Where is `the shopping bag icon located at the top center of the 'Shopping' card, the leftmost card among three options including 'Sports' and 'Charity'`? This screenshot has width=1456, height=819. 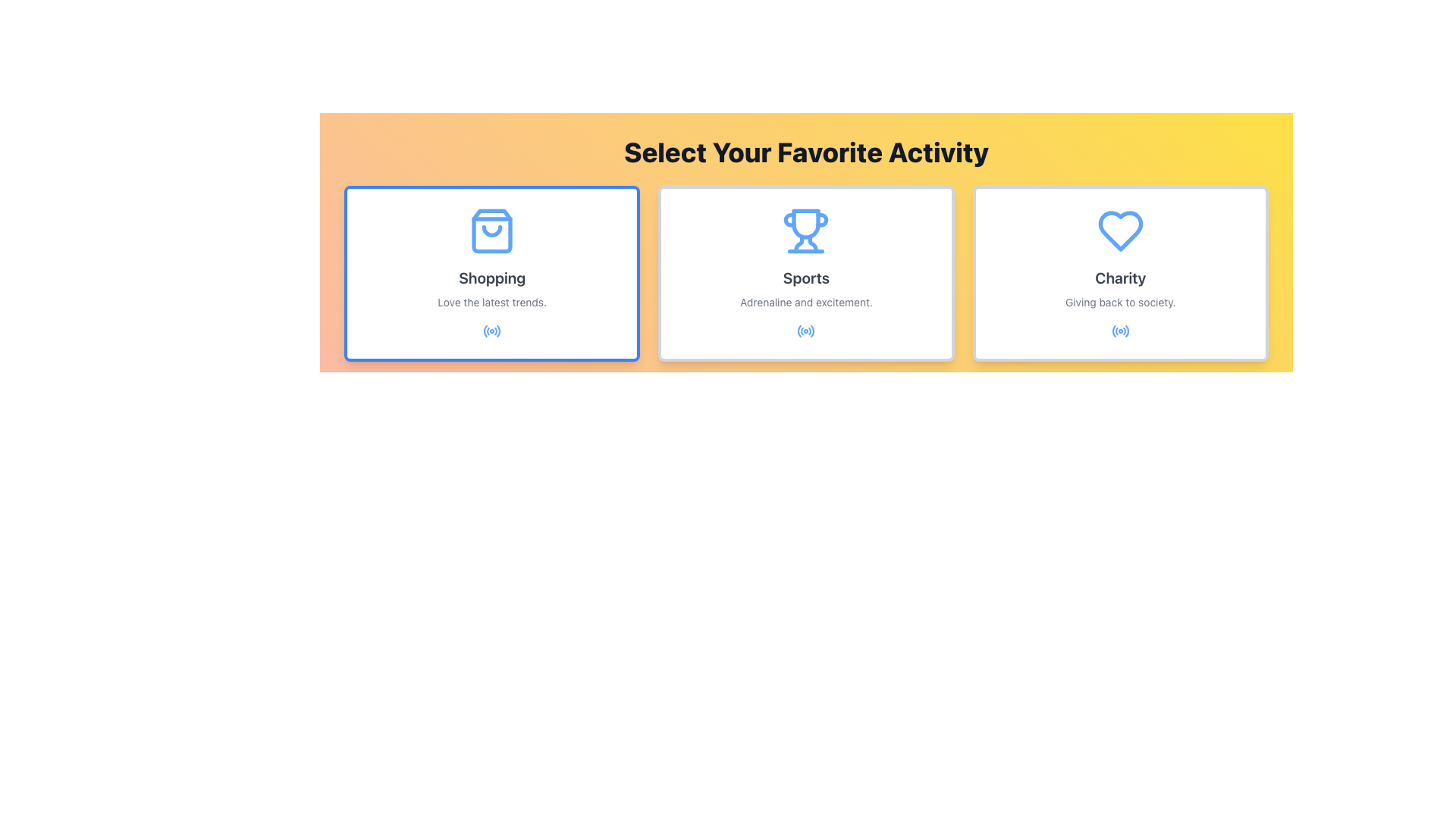 the shopping bag icon located at the top center of the 'Shopping' card, the leftmost card among three options including 'Sports' and 'Charity' is located at coordinates (492, 231).